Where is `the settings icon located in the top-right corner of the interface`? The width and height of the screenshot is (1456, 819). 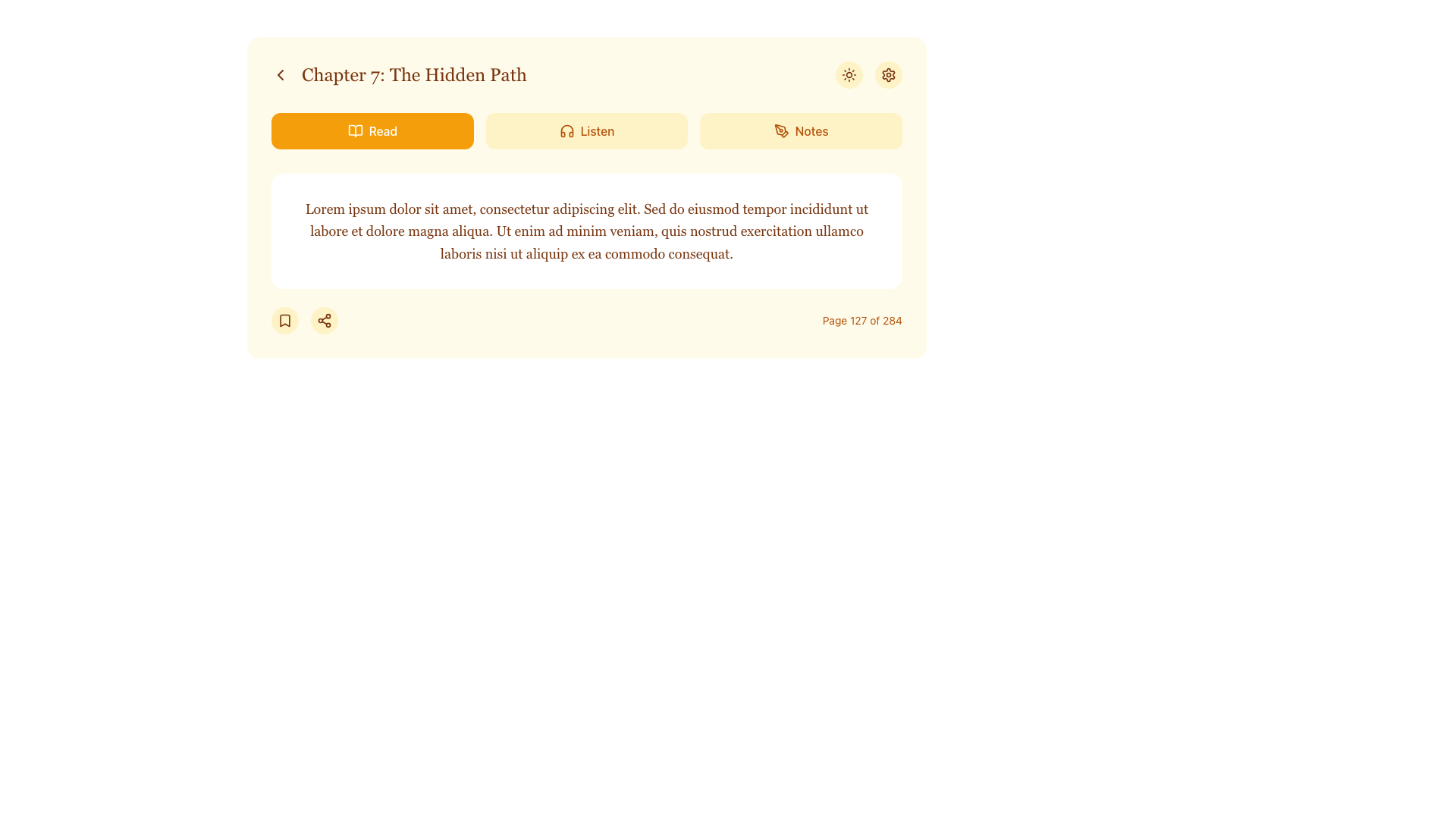 the settings icon located in the top-right corner of the interface is located at coordinates (888, 75).